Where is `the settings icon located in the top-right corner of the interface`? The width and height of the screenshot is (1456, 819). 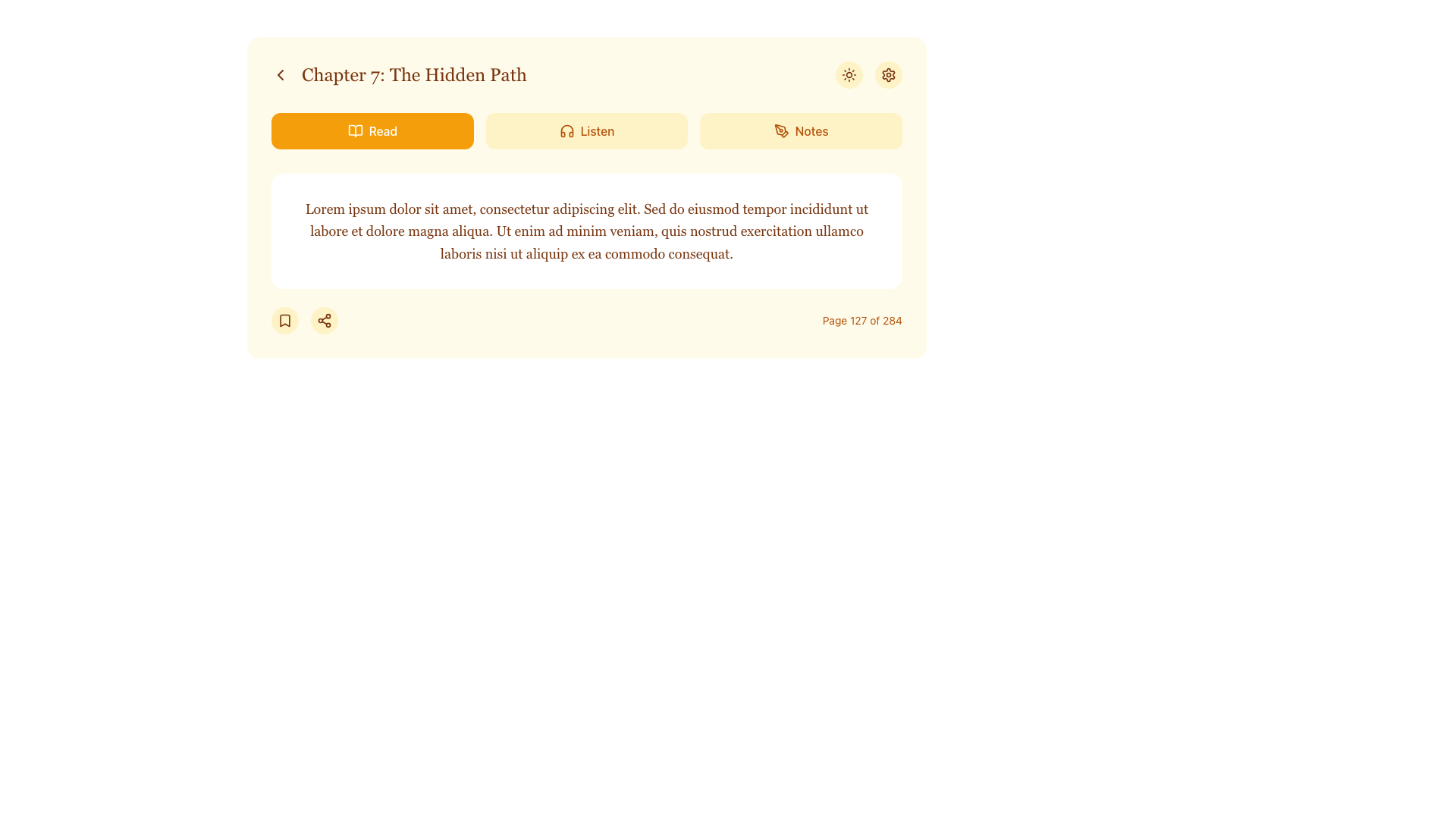 the settings icon located in the top-right corner of the interface is located at coordinates (888, 75).